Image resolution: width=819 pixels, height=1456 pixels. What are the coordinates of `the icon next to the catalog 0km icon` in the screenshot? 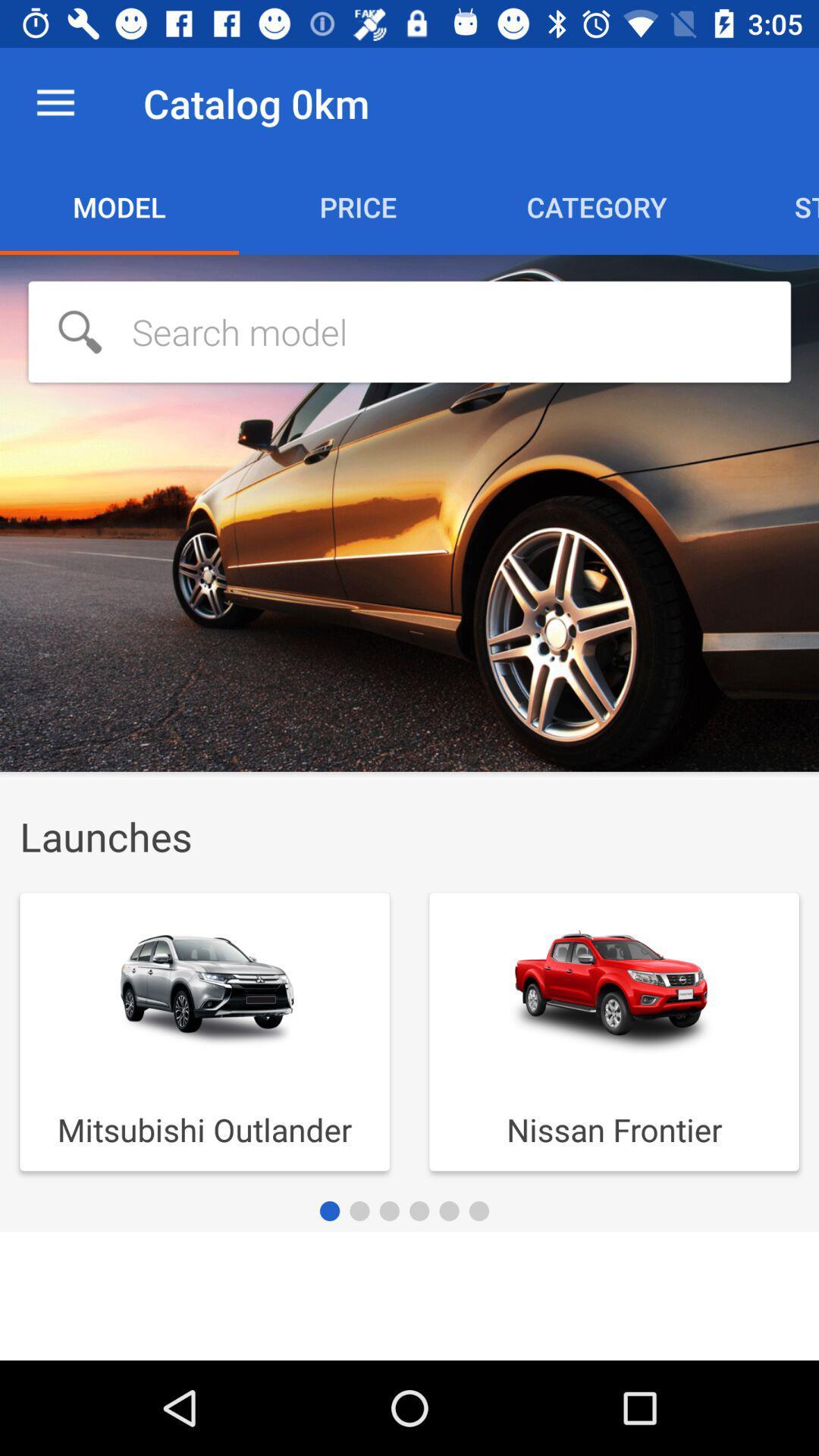 It's located at (55, 102).